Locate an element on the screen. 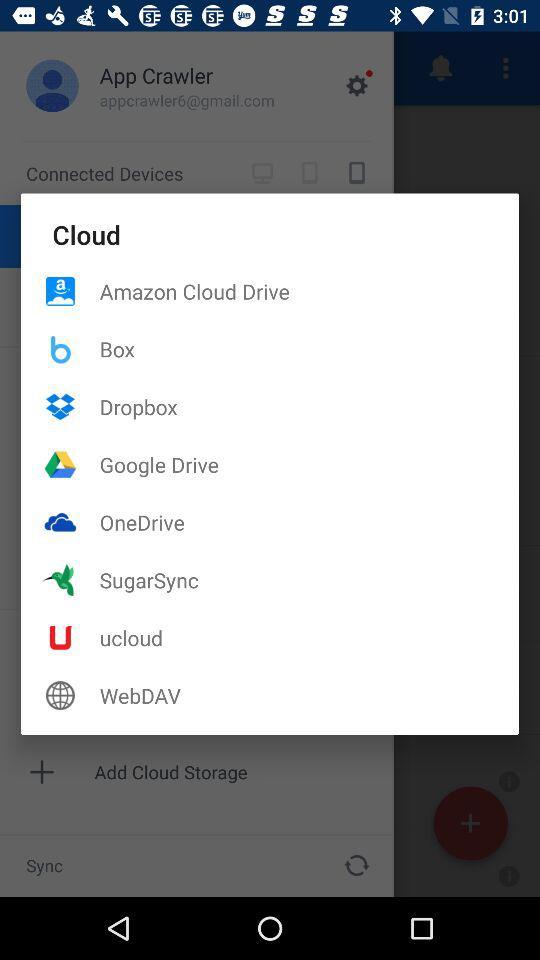  icon below onedrive item is located at coordinates (309, 580).